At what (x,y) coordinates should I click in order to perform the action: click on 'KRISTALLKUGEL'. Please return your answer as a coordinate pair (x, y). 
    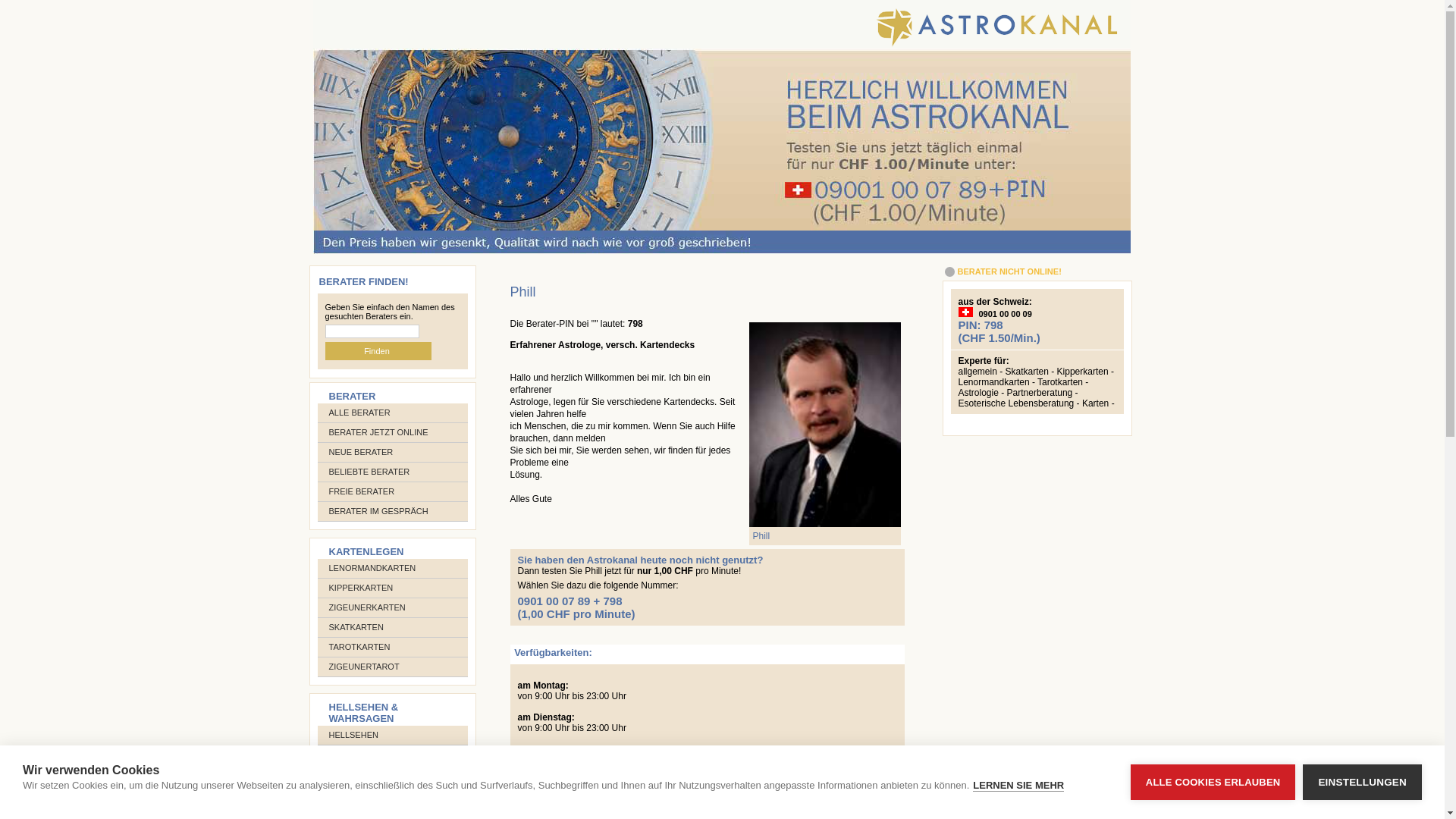
    Looking at the image, I should click on (328, 792).